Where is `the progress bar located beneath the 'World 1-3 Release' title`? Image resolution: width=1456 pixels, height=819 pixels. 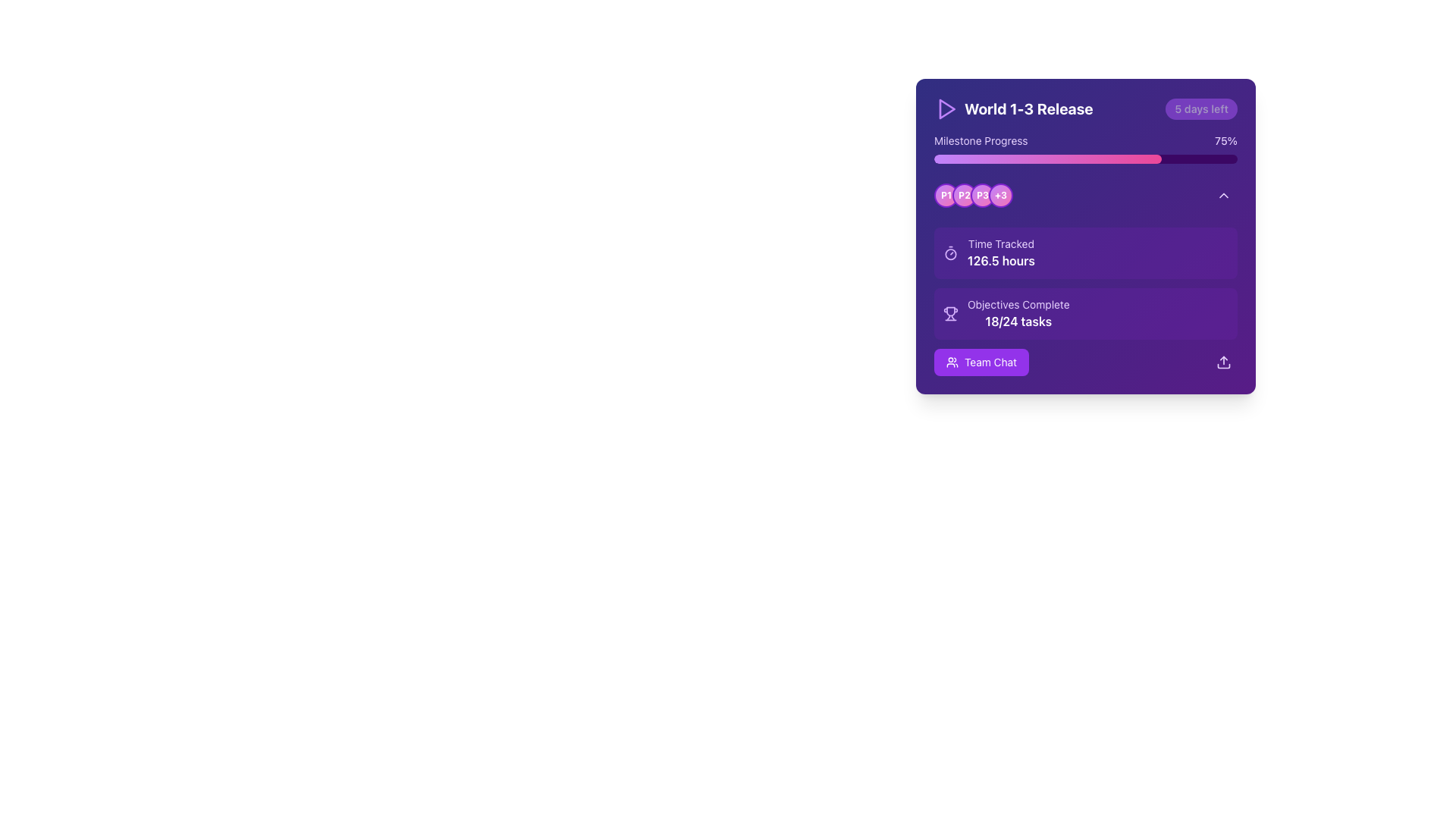 the progress bar located beneath the 'World 1-3 Release' title is located at coordinates (1084, 149).